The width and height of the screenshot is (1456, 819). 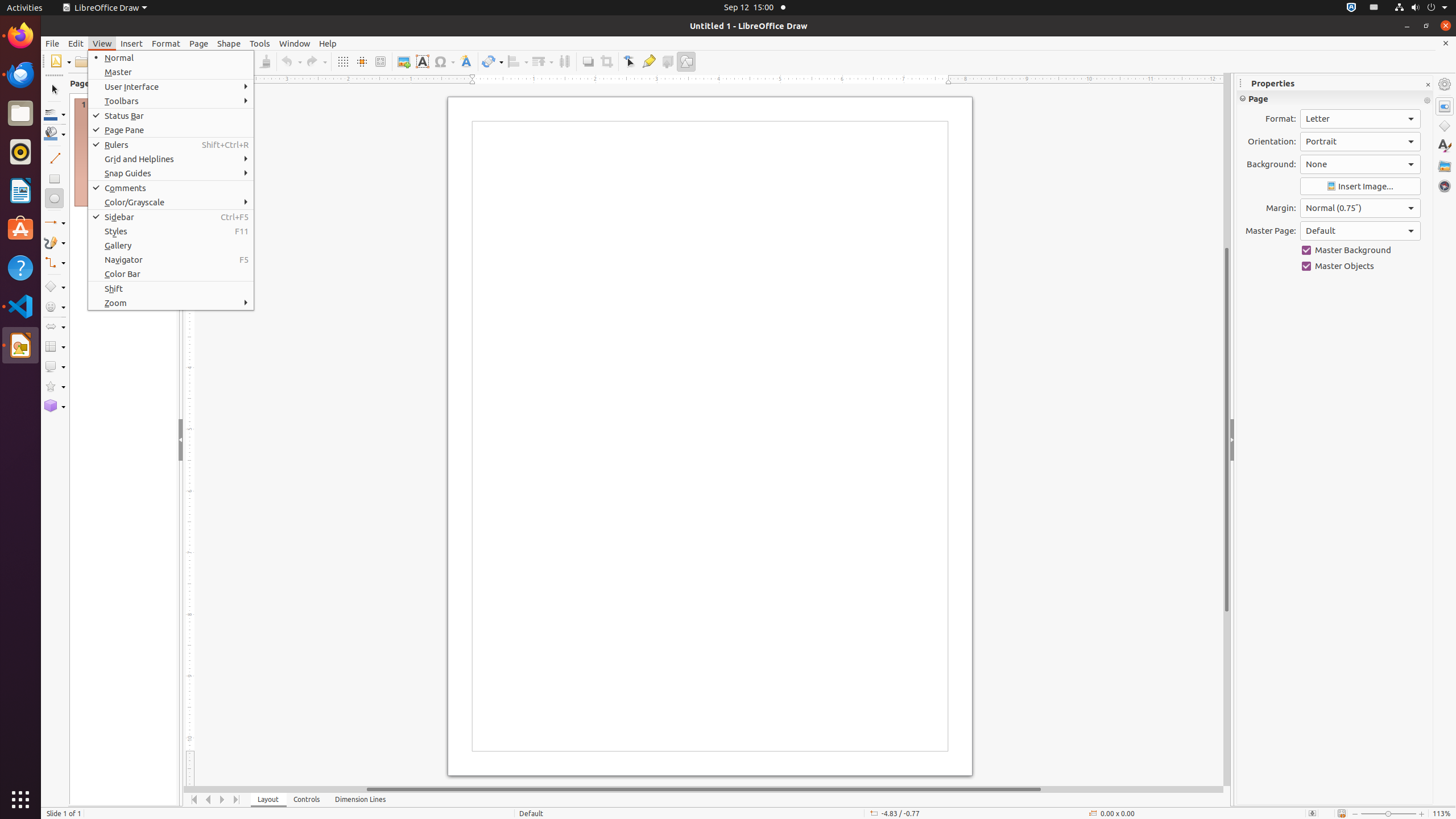 I want to click on 'Move To Home', so click(x=194, y=799).